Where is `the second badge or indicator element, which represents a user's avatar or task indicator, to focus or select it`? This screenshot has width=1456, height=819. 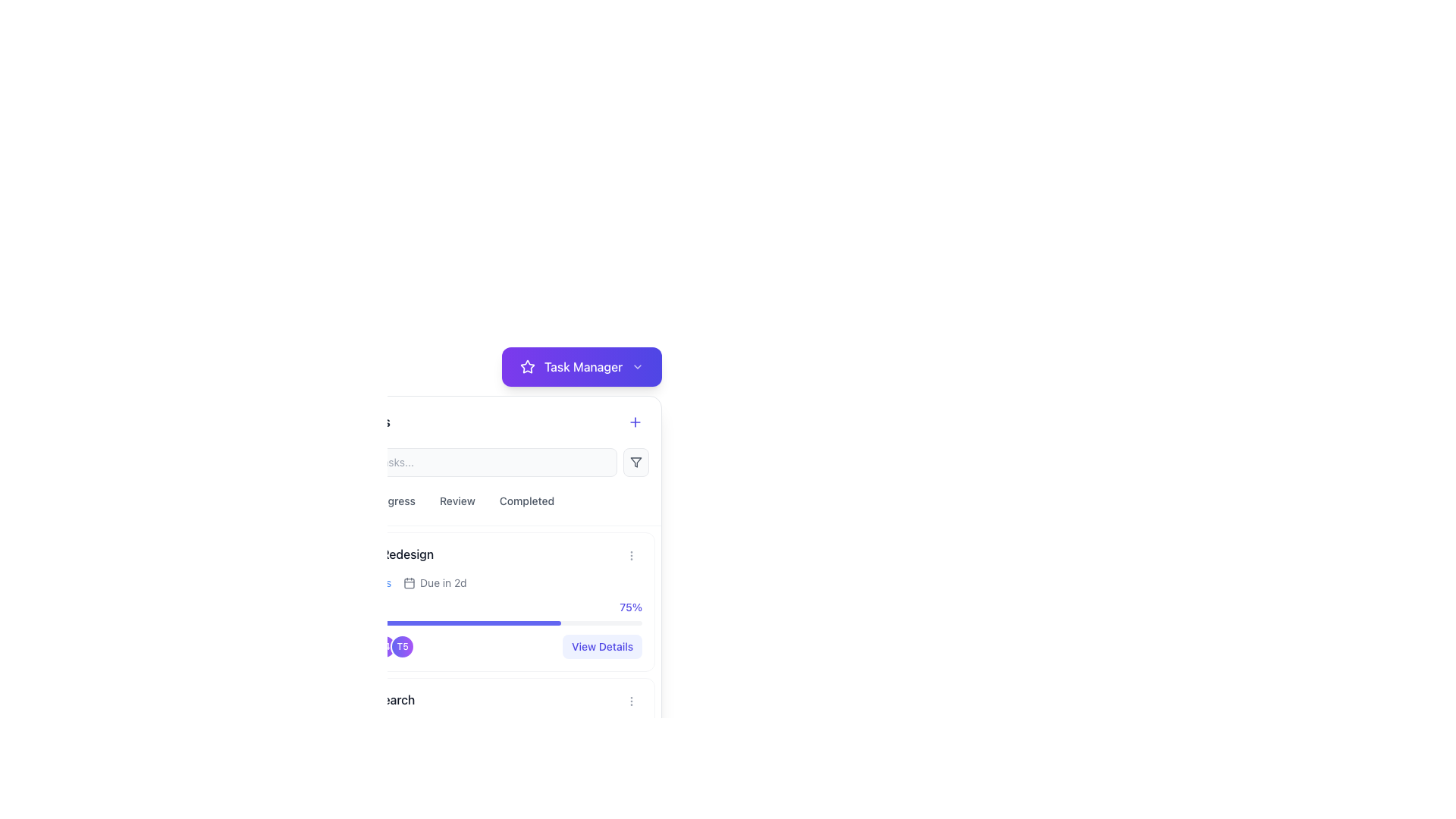 the second badge or indicator element, which represents a user's avatar or task indicator, to focus or select it is located at coordinates (347, 792).